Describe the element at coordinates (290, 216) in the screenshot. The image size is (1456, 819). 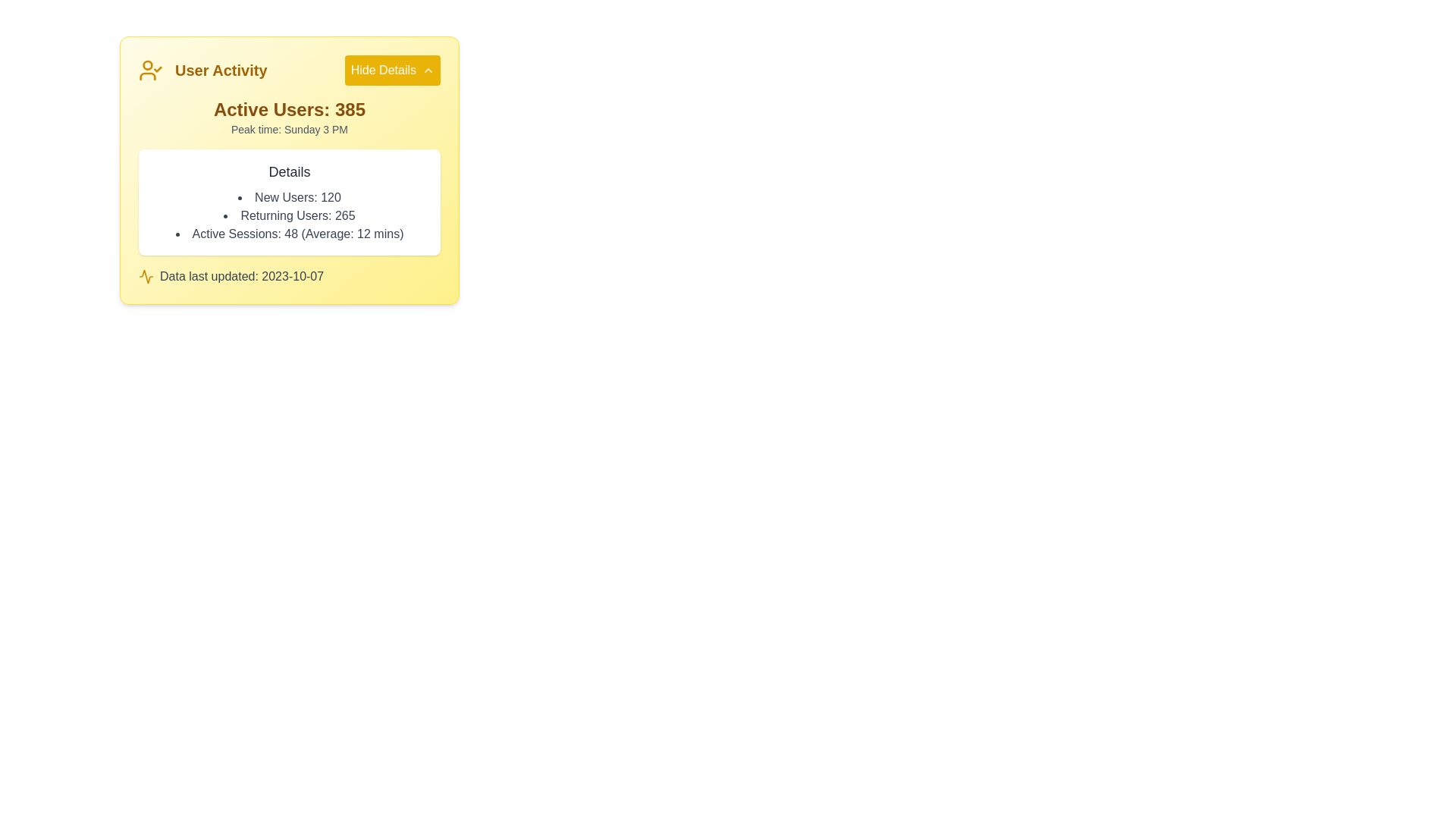
I see `statistics displayed in the bulleted list element titled 'Details', which includes 'New Users: 120', 'Returning Users: 265', and 'Active Sessions: 48 (Average: 12 mins)'` at that location.